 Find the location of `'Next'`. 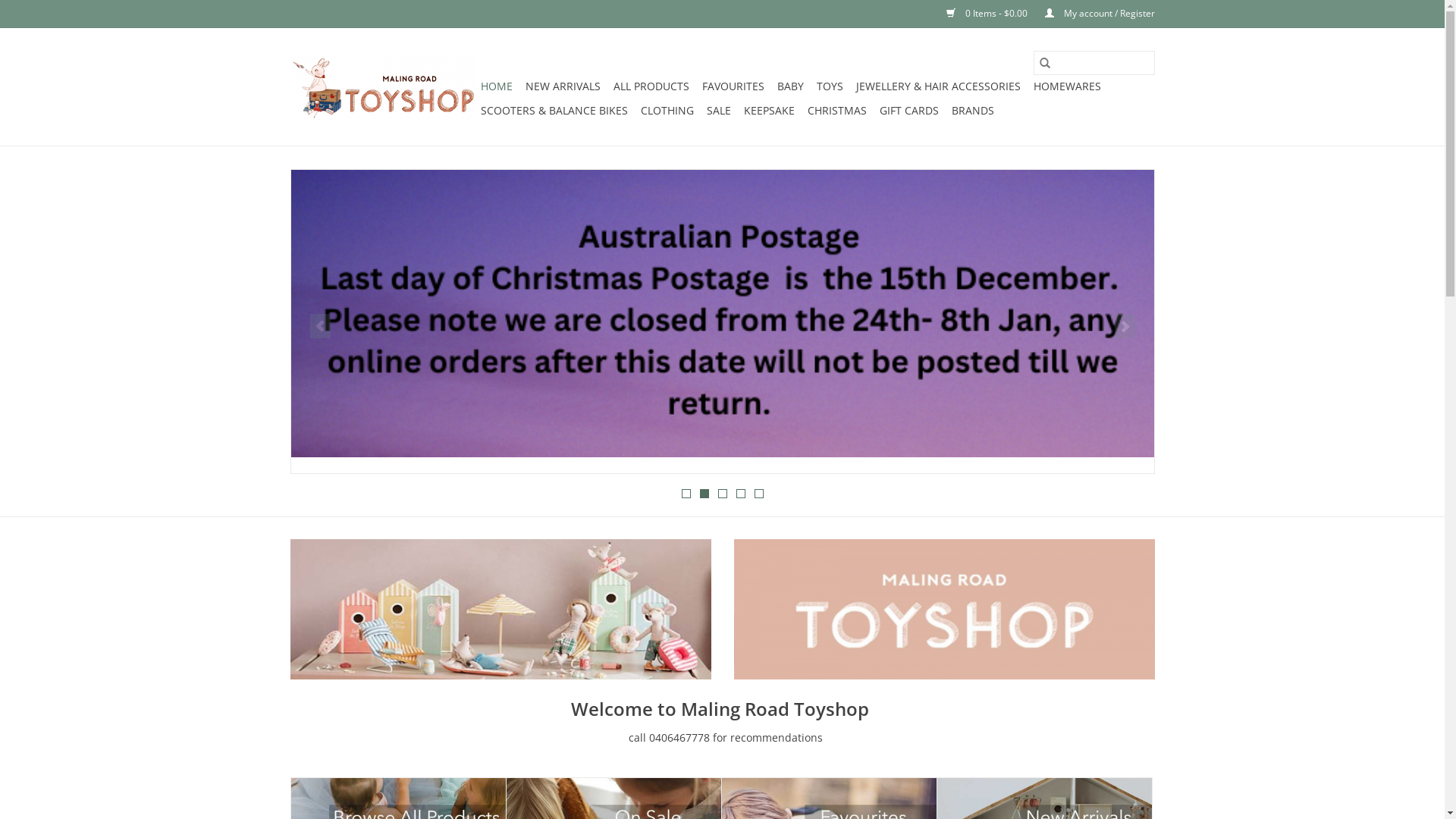

'Next' is located at coordinates (1125, 325).